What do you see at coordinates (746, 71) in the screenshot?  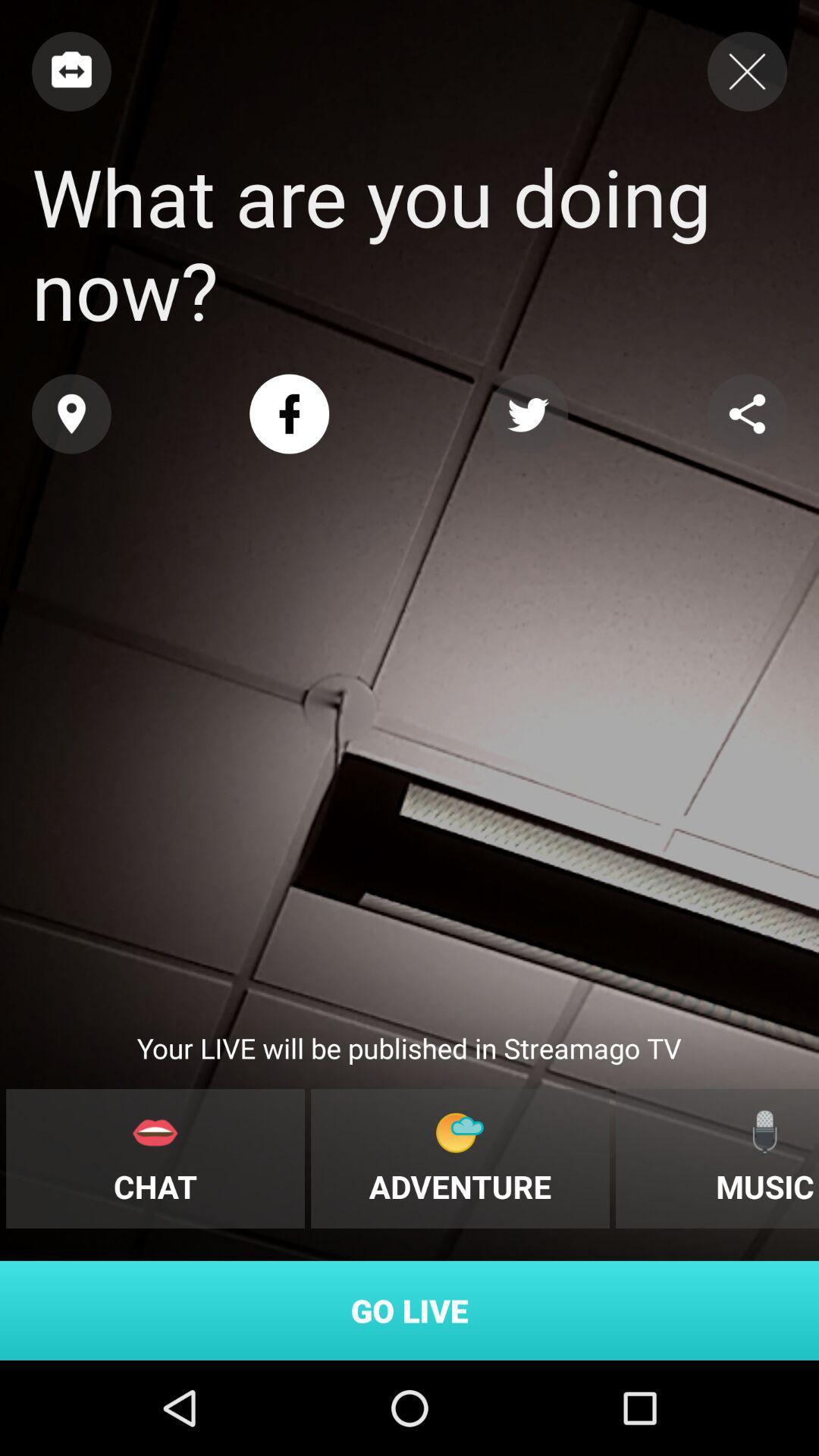 I see `the close icon` at bounding box center [746, 71].